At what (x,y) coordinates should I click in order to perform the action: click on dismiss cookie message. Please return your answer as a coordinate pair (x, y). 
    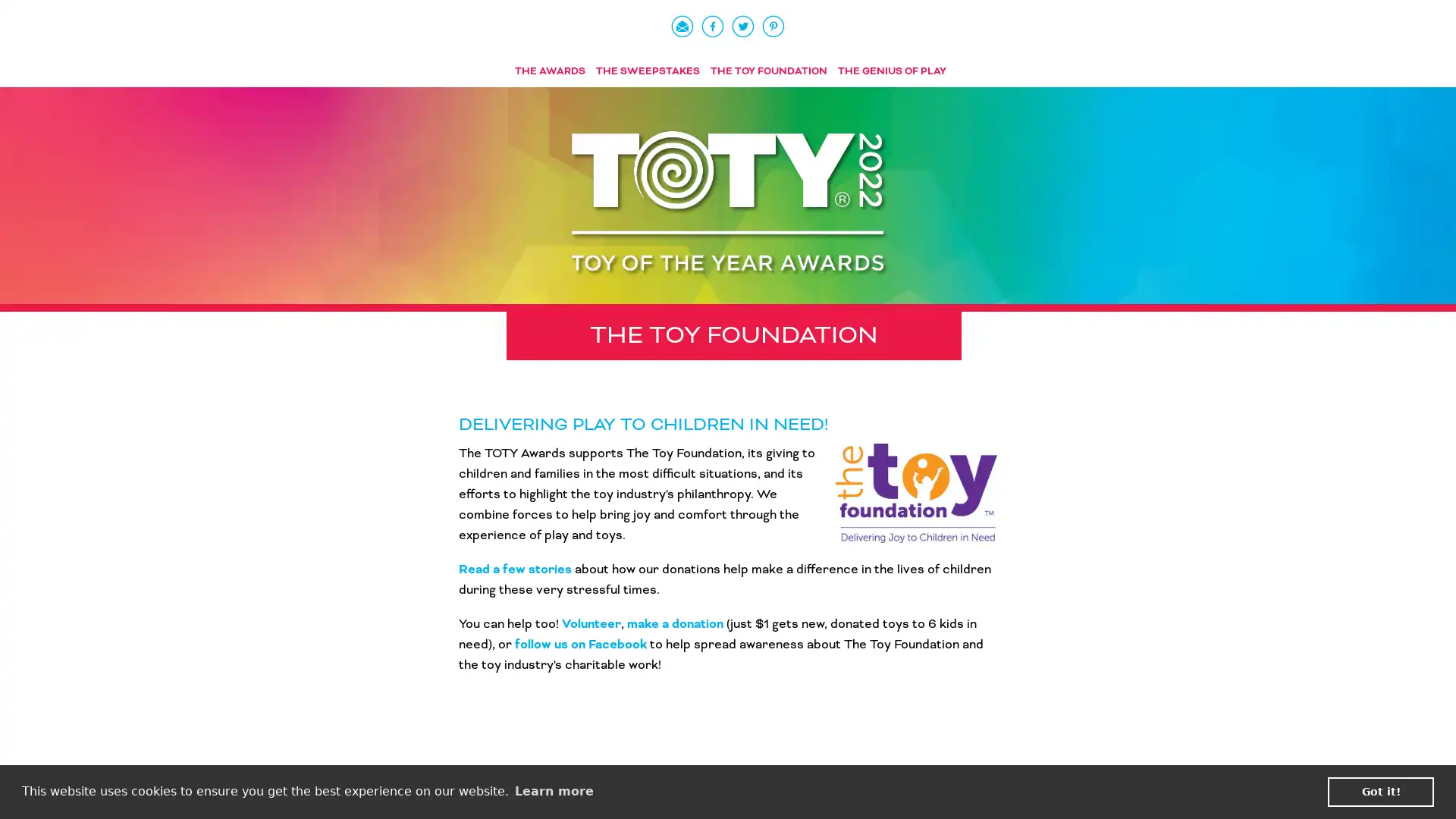
    Looking at the image, I should click on (1380, 791).